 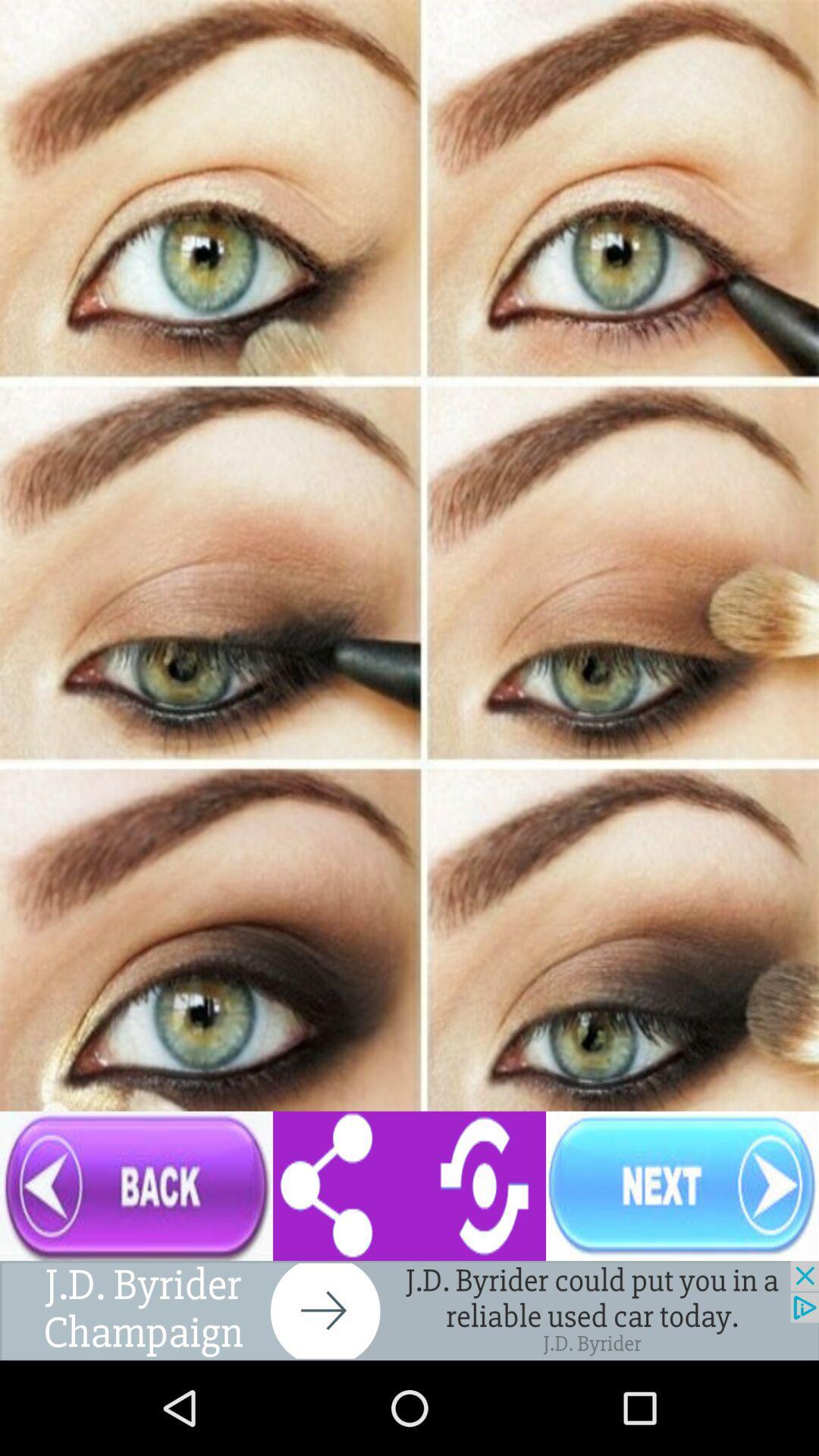 What do you see at coordinates (409, 1310) in the screenshot?
I see `option` at bounding box center [409, 1310].